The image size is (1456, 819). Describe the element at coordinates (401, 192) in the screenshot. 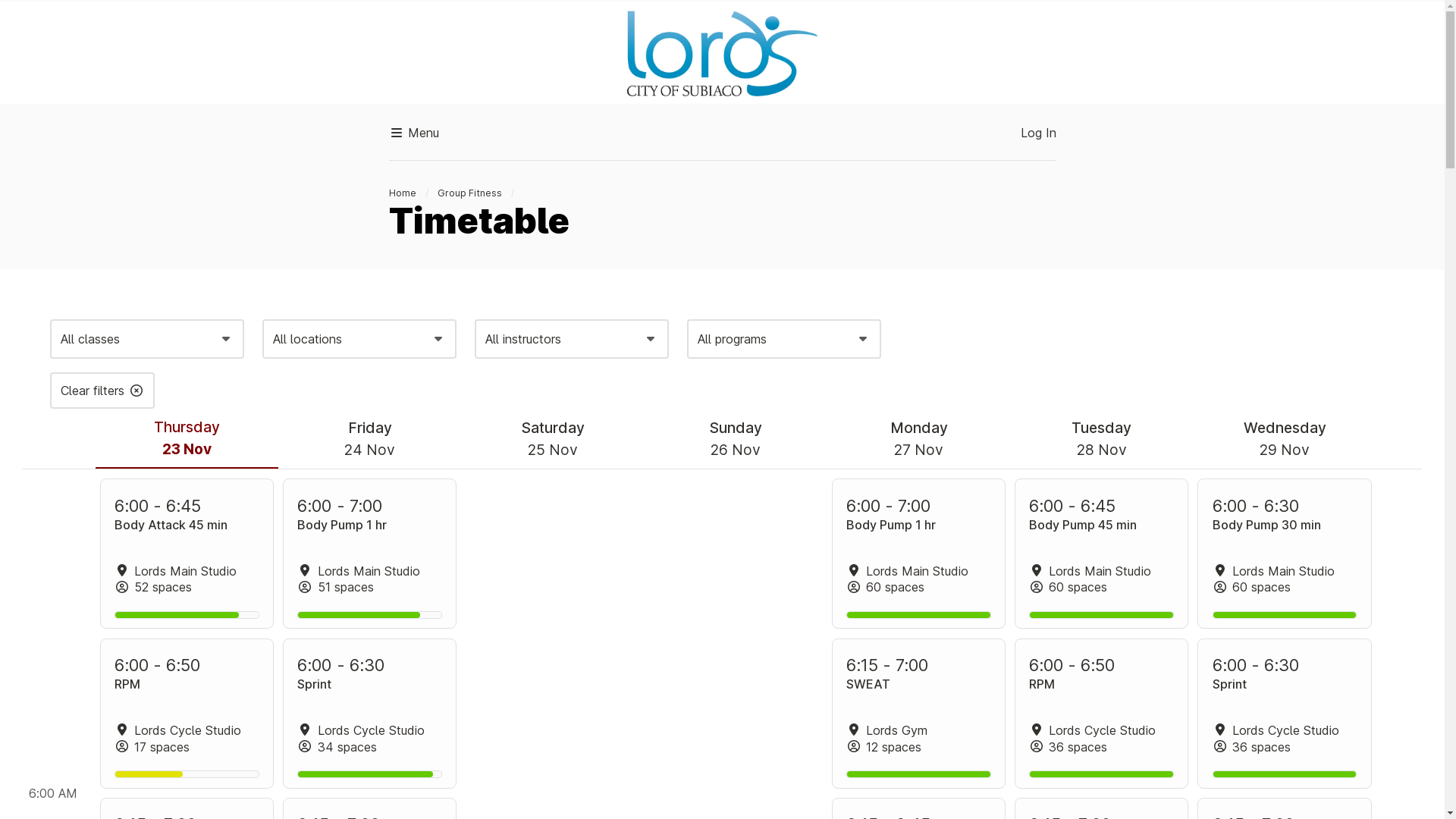

I see `'Home'` at that location.